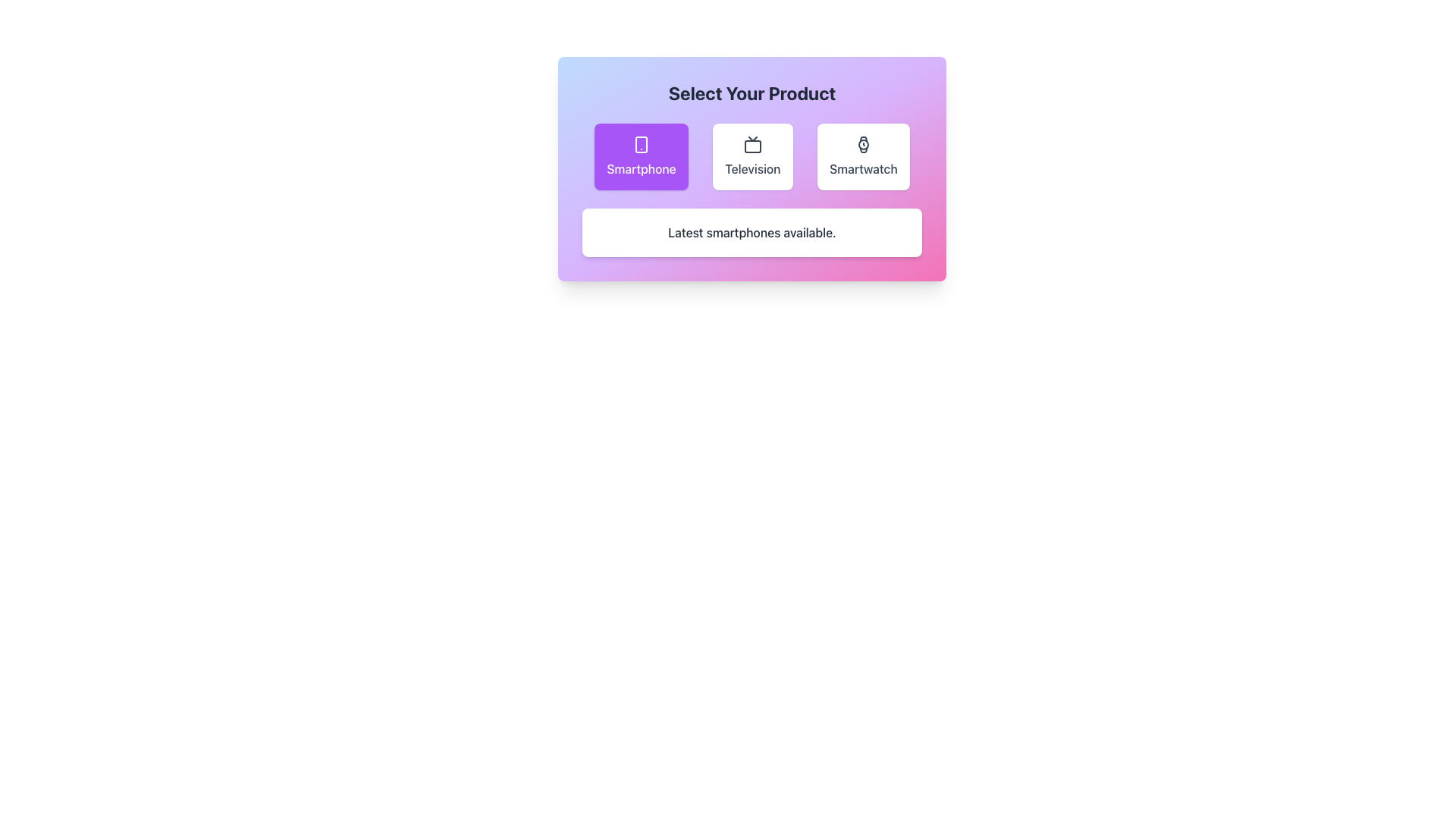  Describe the element at coordinates (863, 157) in the screenshot. I see `the 'Smartwatch' button, which is the third card in a horizontal list of options, featuring a smartwatch icon and a white background with rounded corners` at that location.